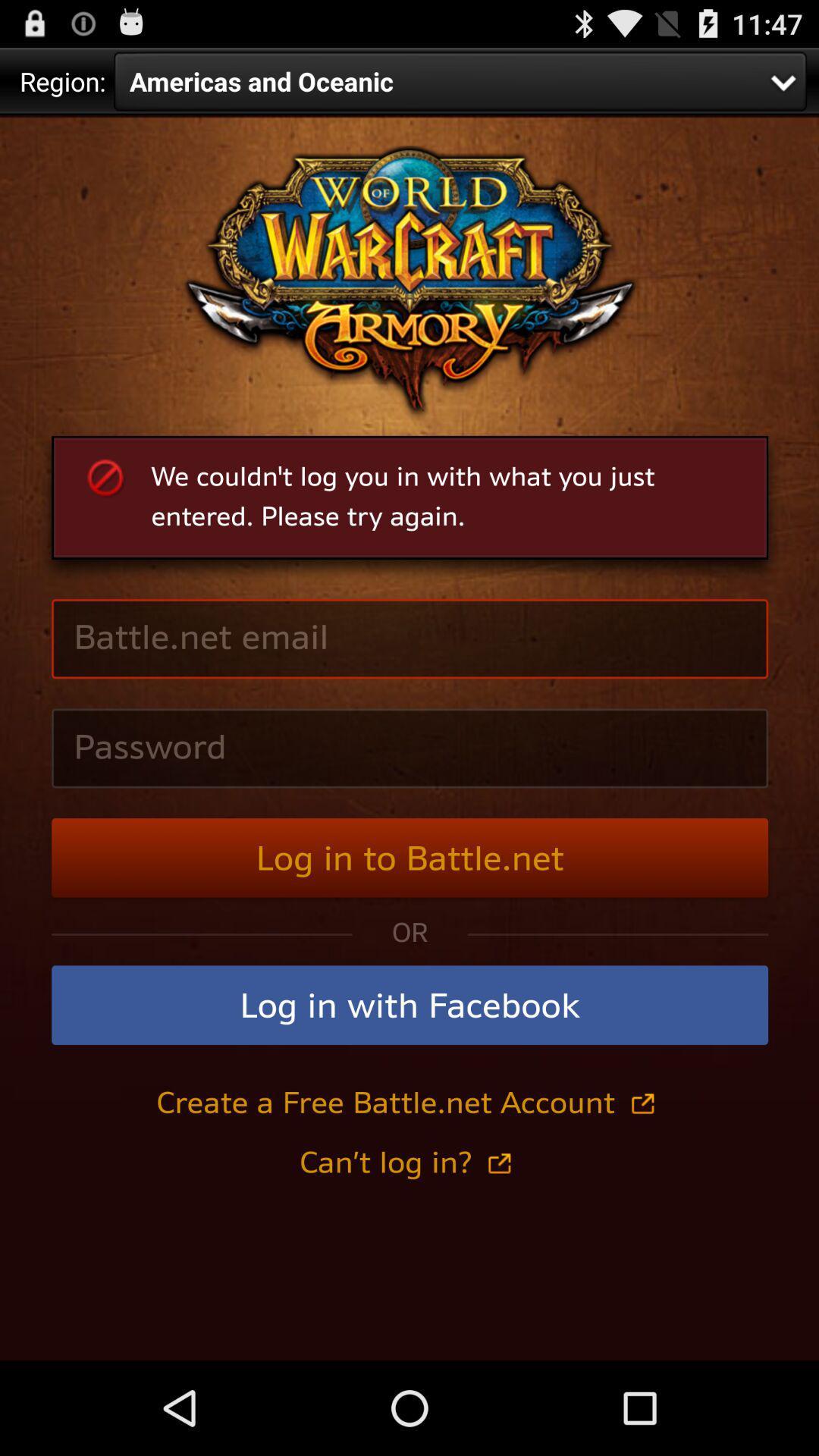 This screenshot has width=819, height=1456. What do you see at coordinates (409, 738) in the screenshot?
I see `navigation area` at bounding box center [409, 738].